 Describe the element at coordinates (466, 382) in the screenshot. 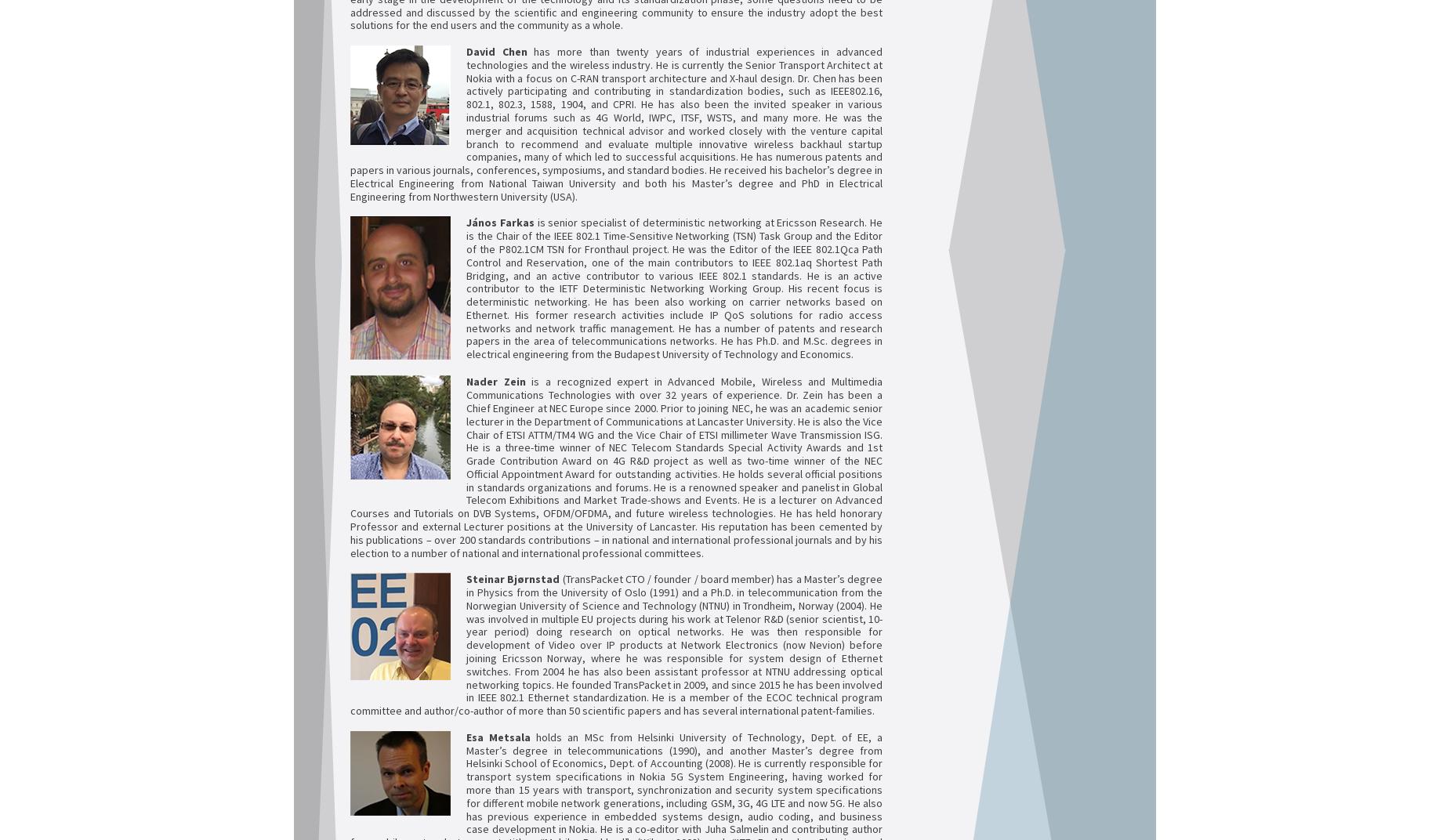

I see `'Nader Zein'` at that location.